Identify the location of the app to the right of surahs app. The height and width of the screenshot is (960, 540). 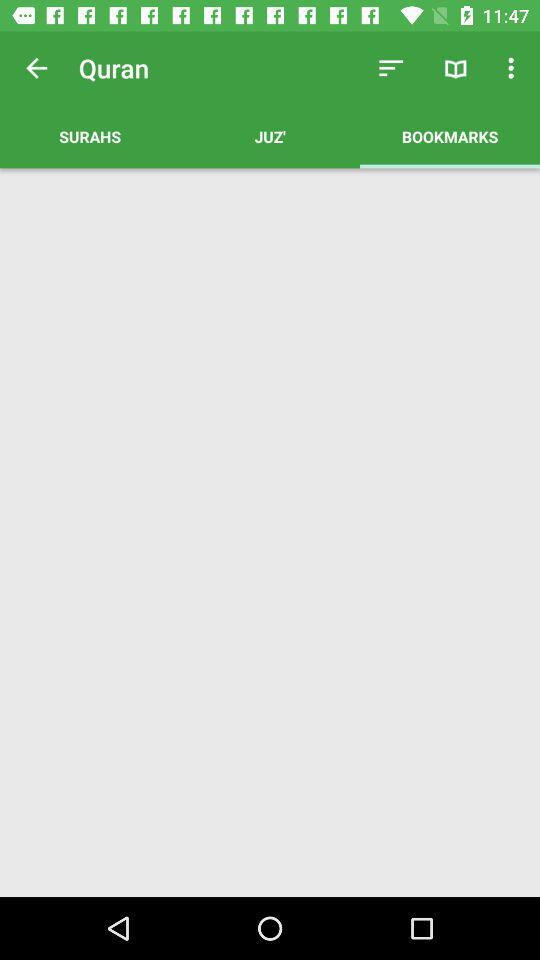
(391, 68).